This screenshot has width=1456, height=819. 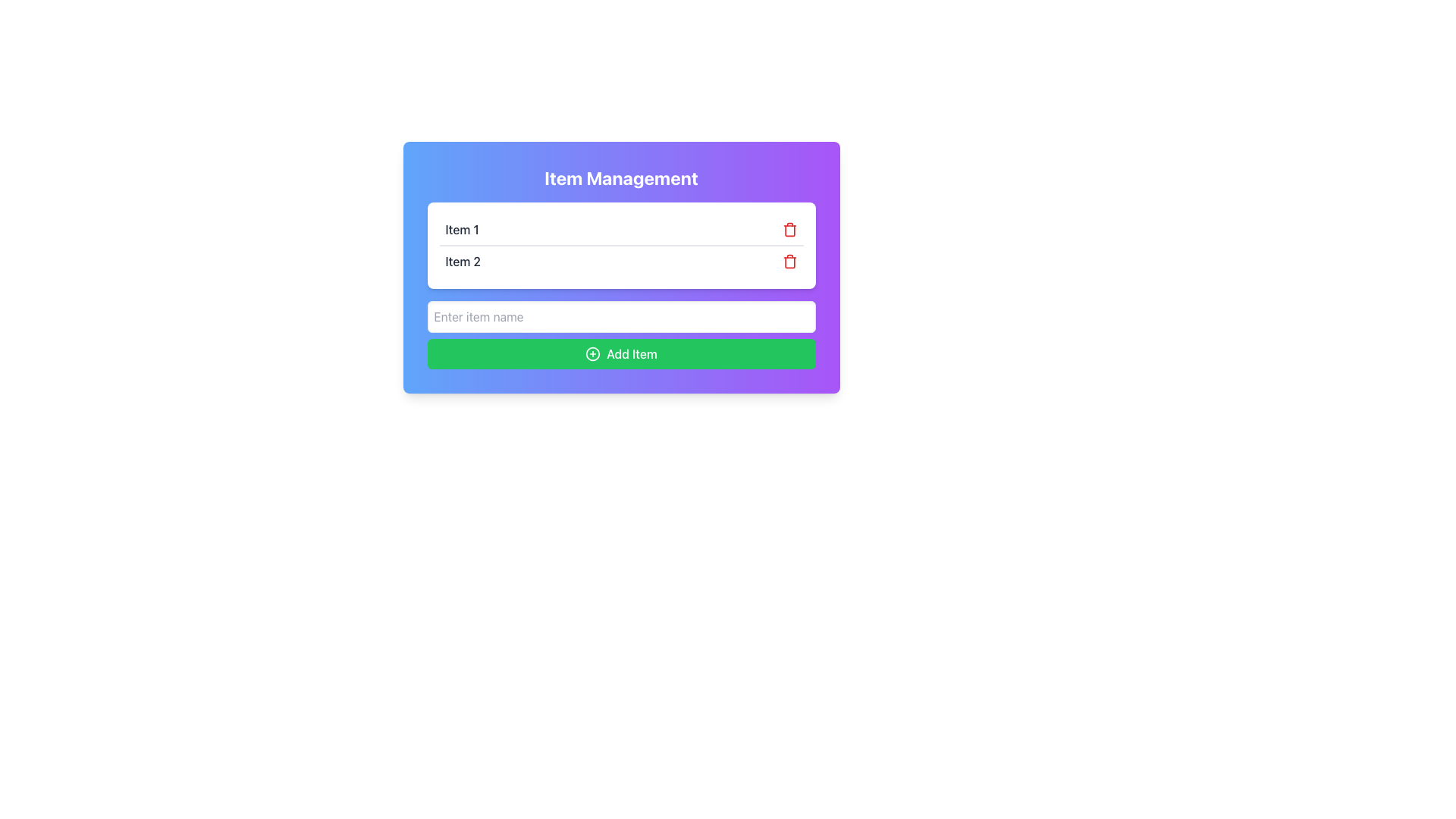 What do you see at coordinates (621, 177) in the screenshot?
I see `the header titled 'Item Management' which is displayed in bold white font against a colorful gradient background` at bounding box center [621, 177].